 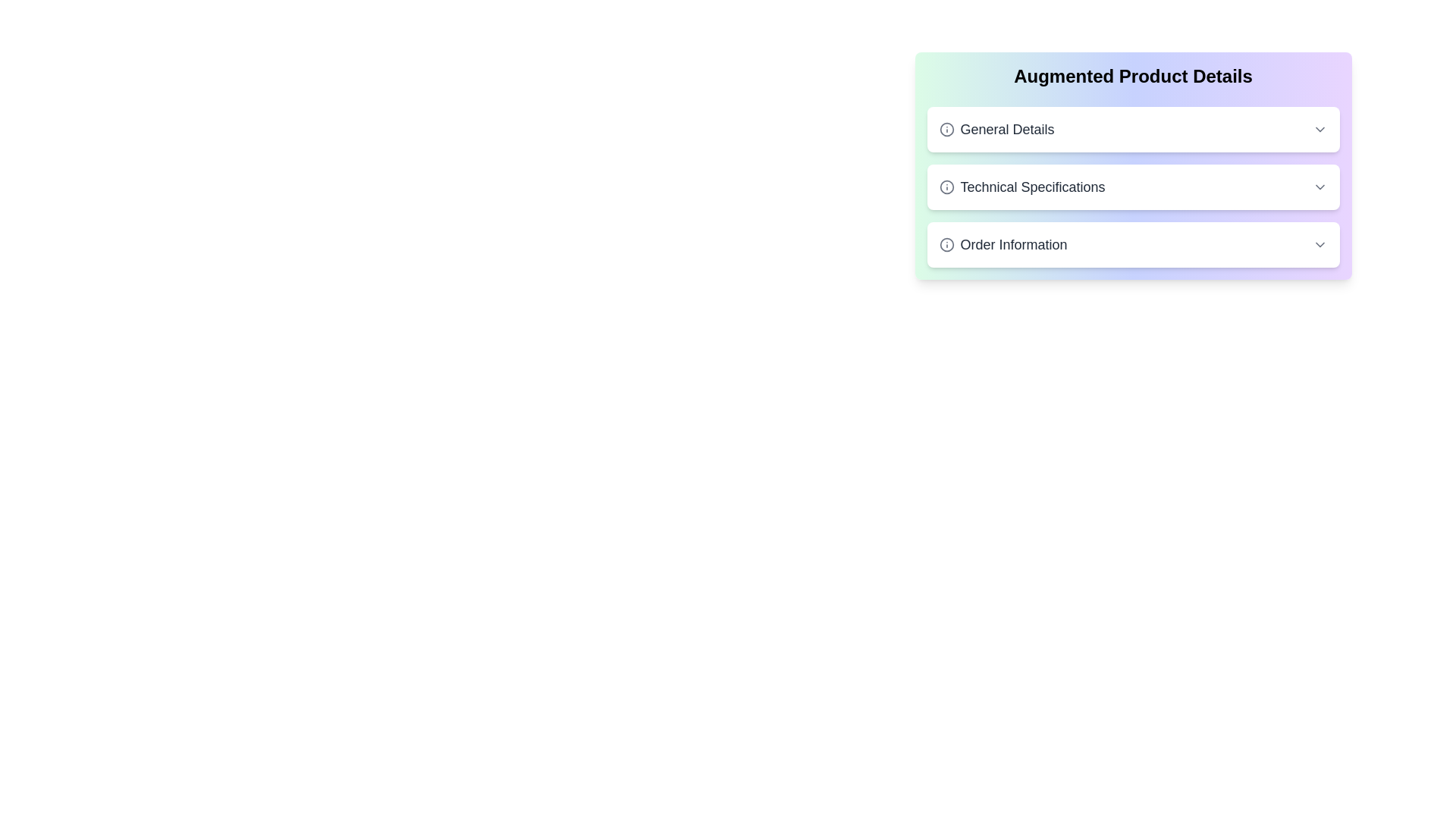 I want to click on the downward-pointing chevron icon styled in light gray at the end of the 'Order Information' section header, so click(x=1319, y=244).